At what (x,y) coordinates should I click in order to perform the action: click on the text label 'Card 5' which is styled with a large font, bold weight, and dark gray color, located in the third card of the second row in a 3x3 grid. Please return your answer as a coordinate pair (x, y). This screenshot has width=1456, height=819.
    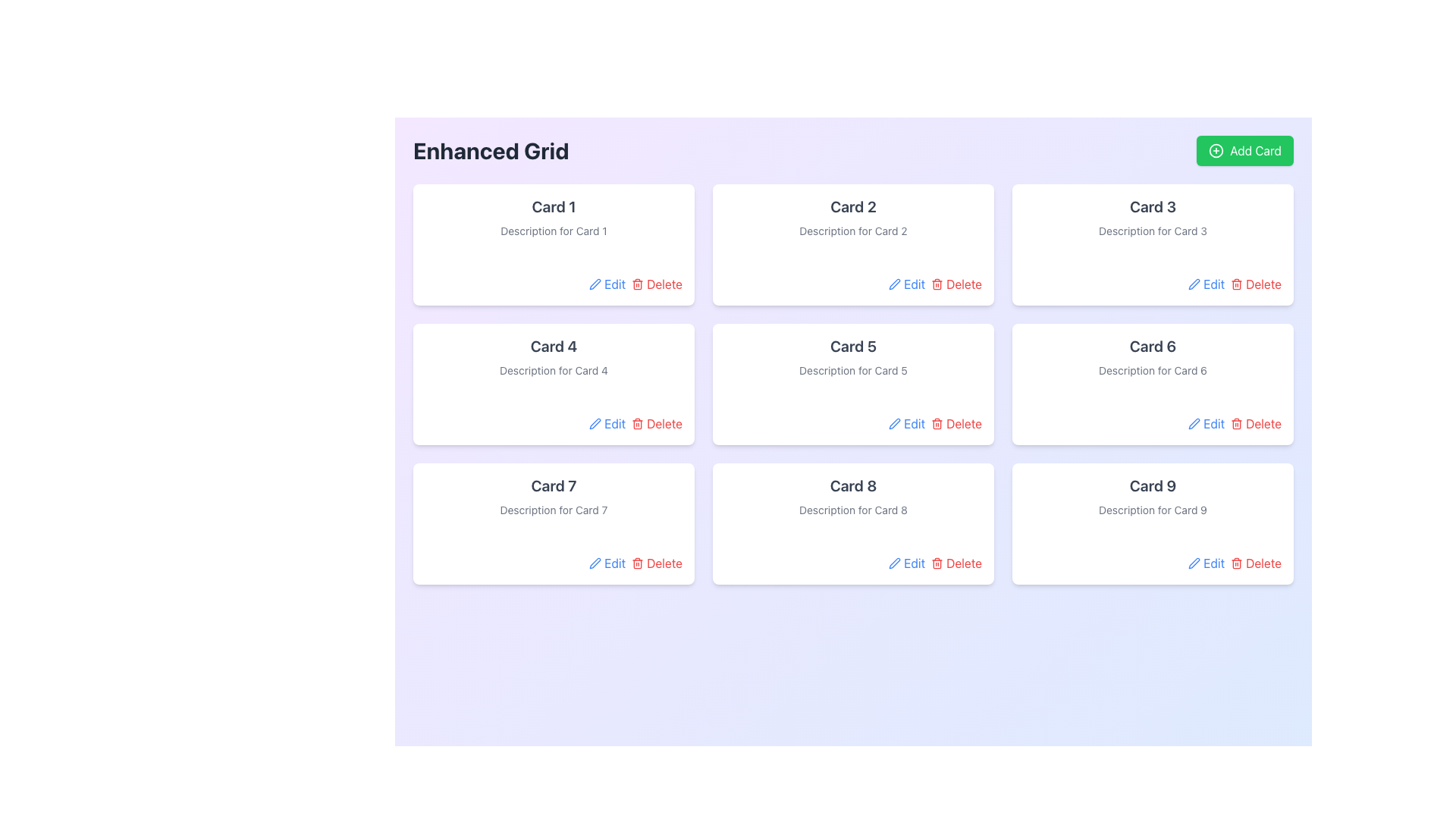
    Looking at the image, I should click on (853, 346).